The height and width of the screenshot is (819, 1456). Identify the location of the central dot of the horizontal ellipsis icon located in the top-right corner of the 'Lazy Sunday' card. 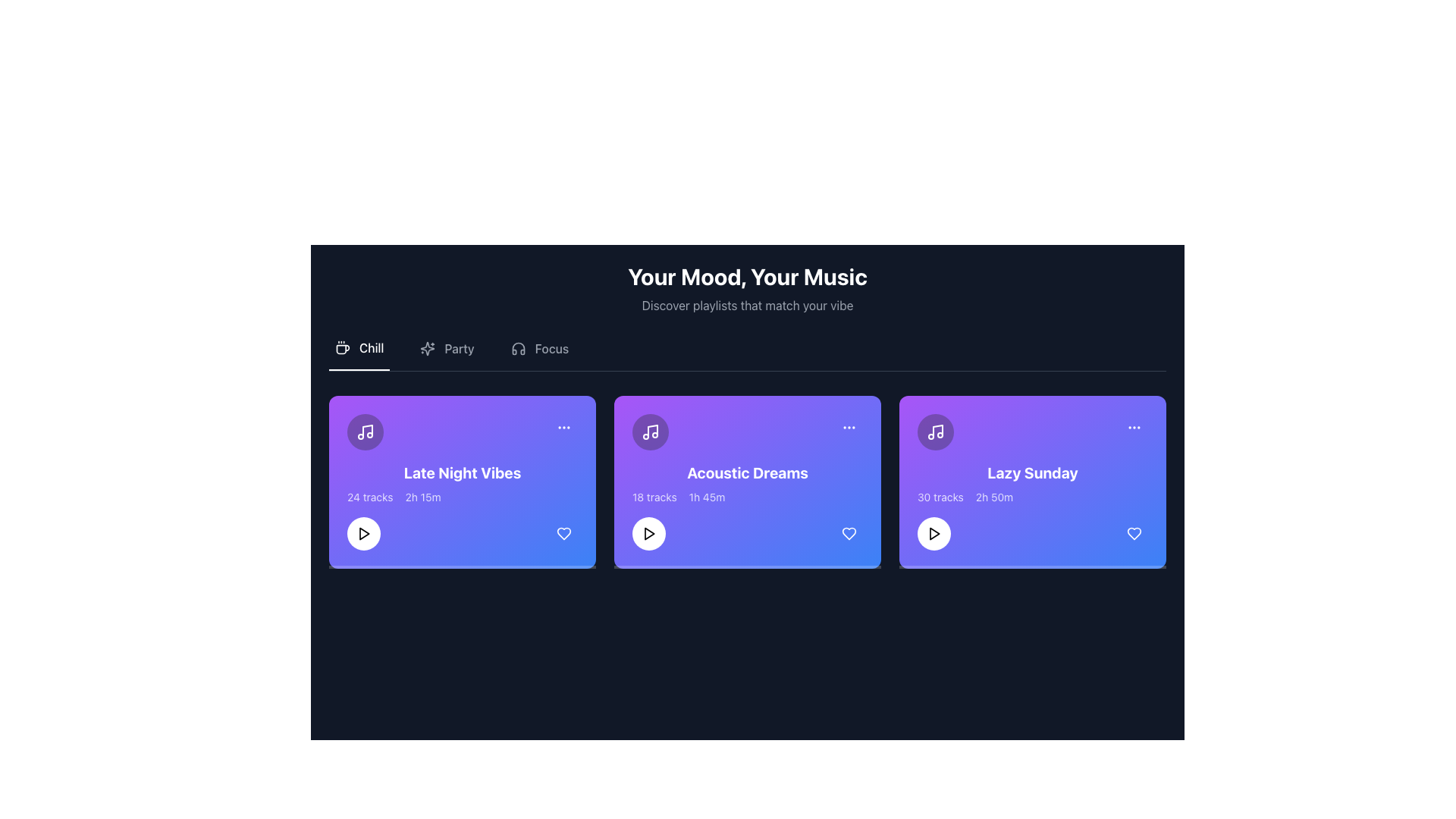
(1134, 427).